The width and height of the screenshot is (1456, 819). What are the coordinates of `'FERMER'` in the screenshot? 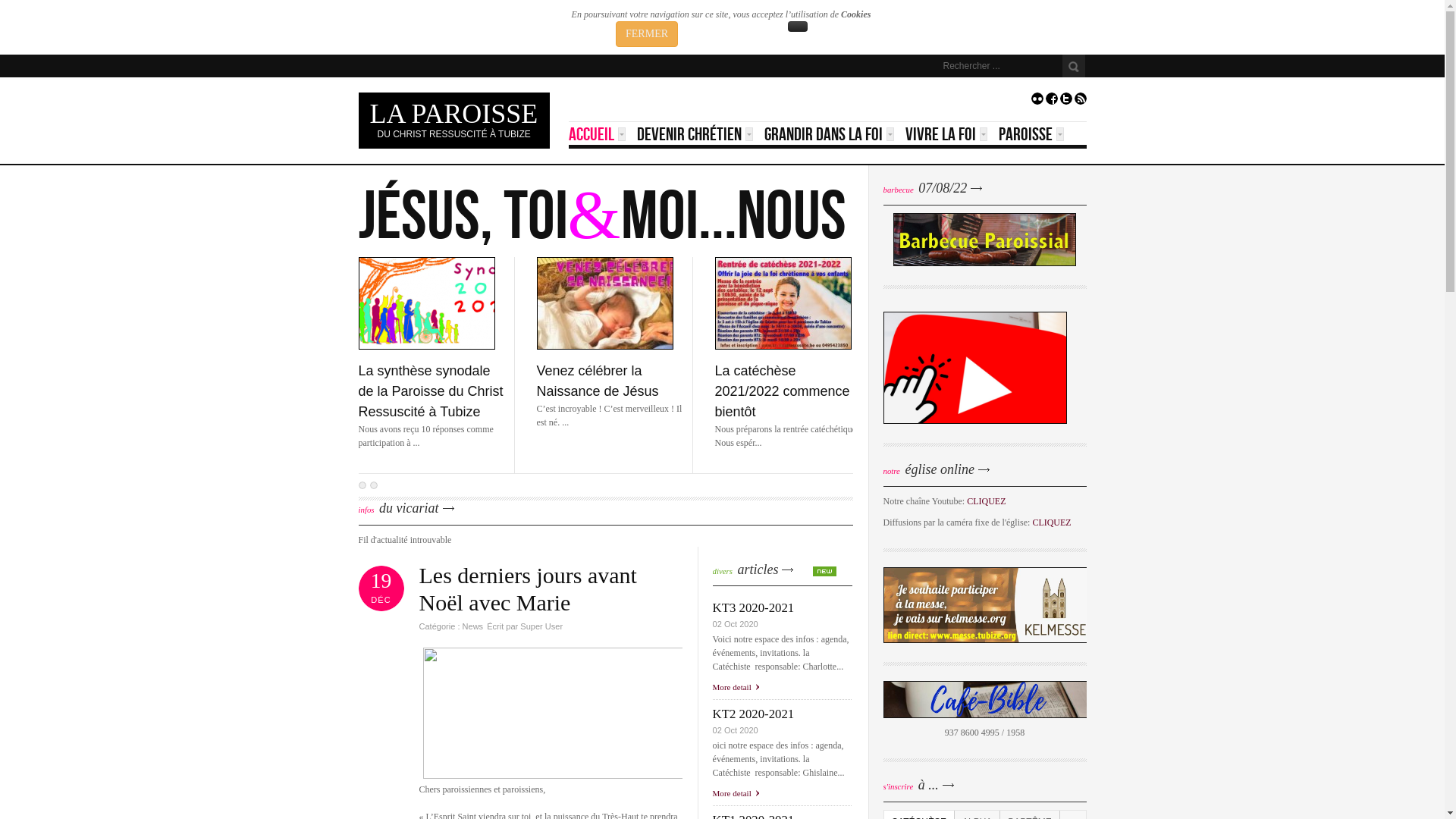 It's located at (647, 34).